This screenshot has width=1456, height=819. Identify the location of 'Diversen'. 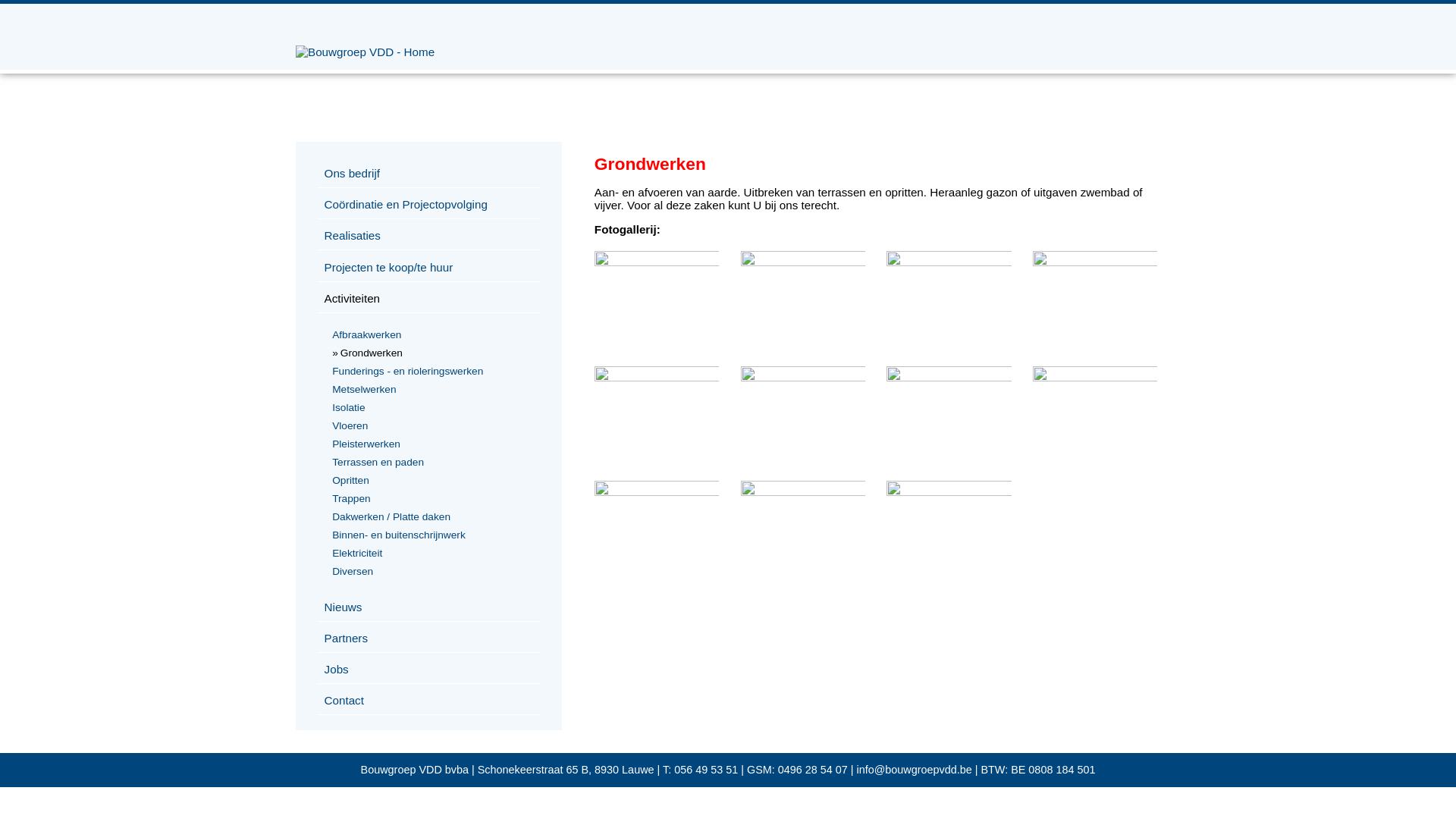
(431, 571).